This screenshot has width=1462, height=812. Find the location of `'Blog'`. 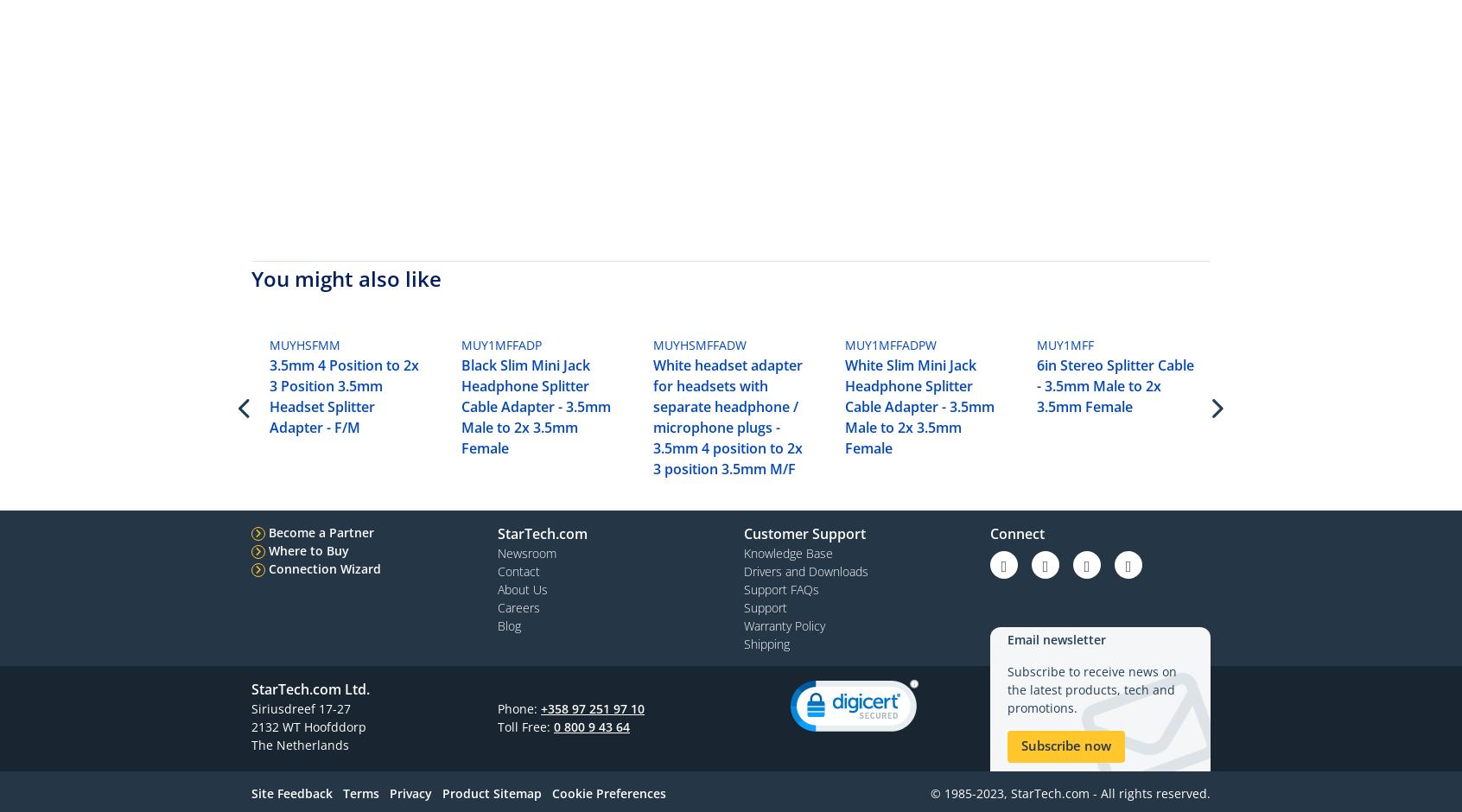

'Blog' is located at coordinates (508, 625).